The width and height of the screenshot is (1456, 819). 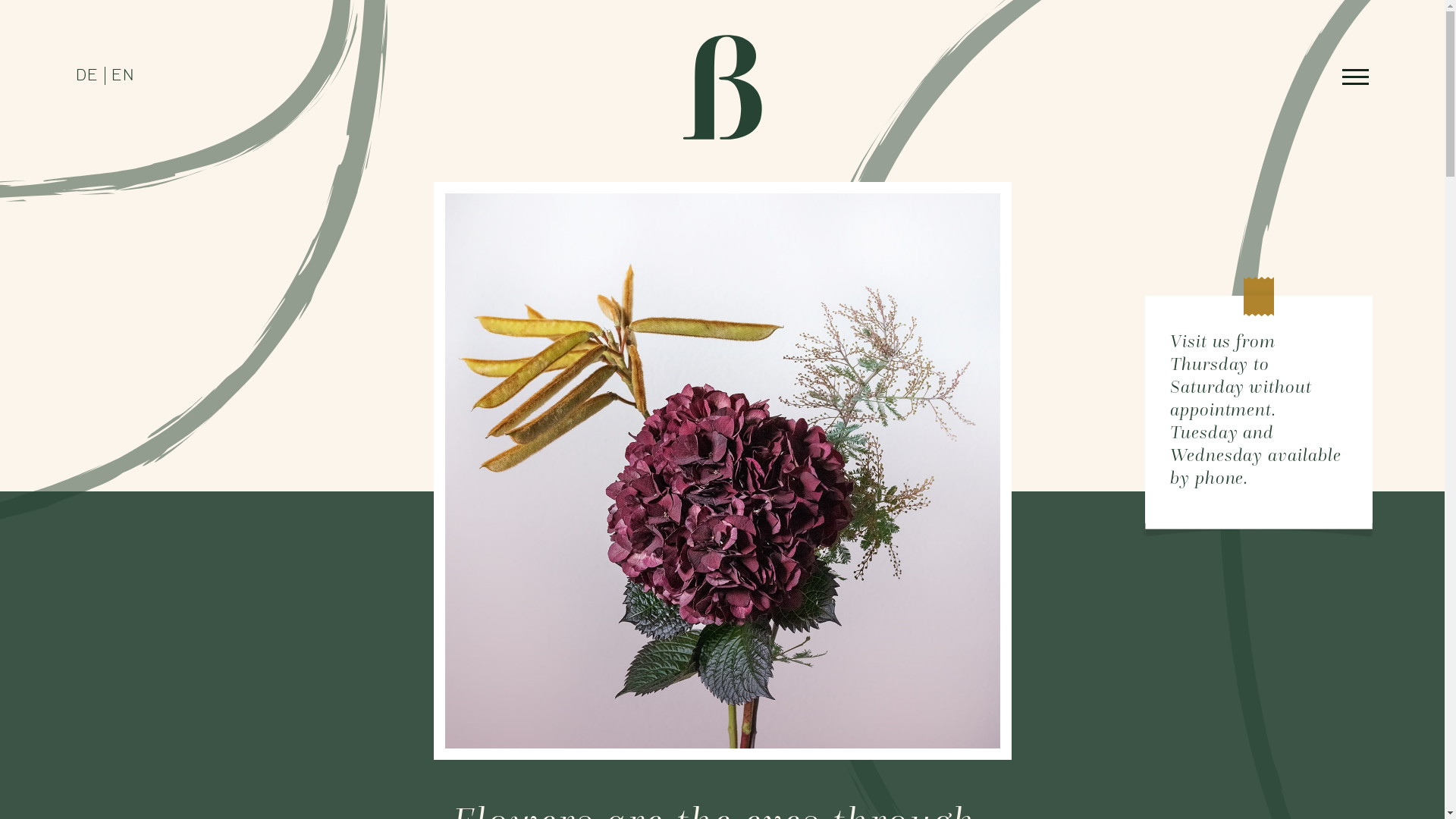 I want to click on 'EN', so click(x=123, y=76).